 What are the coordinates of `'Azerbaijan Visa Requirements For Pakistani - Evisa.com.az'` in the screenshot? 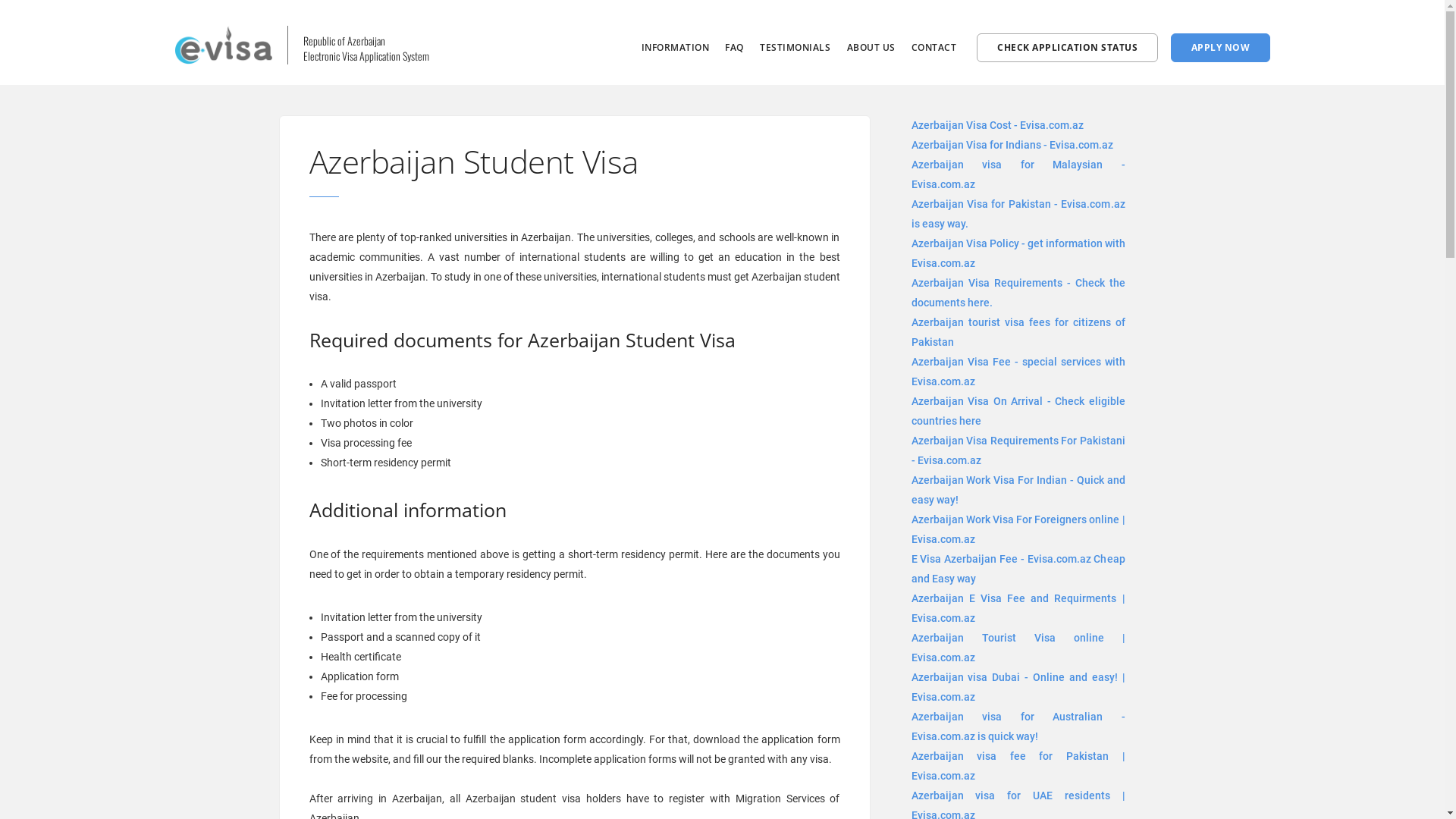 It's located at (1018, 450).